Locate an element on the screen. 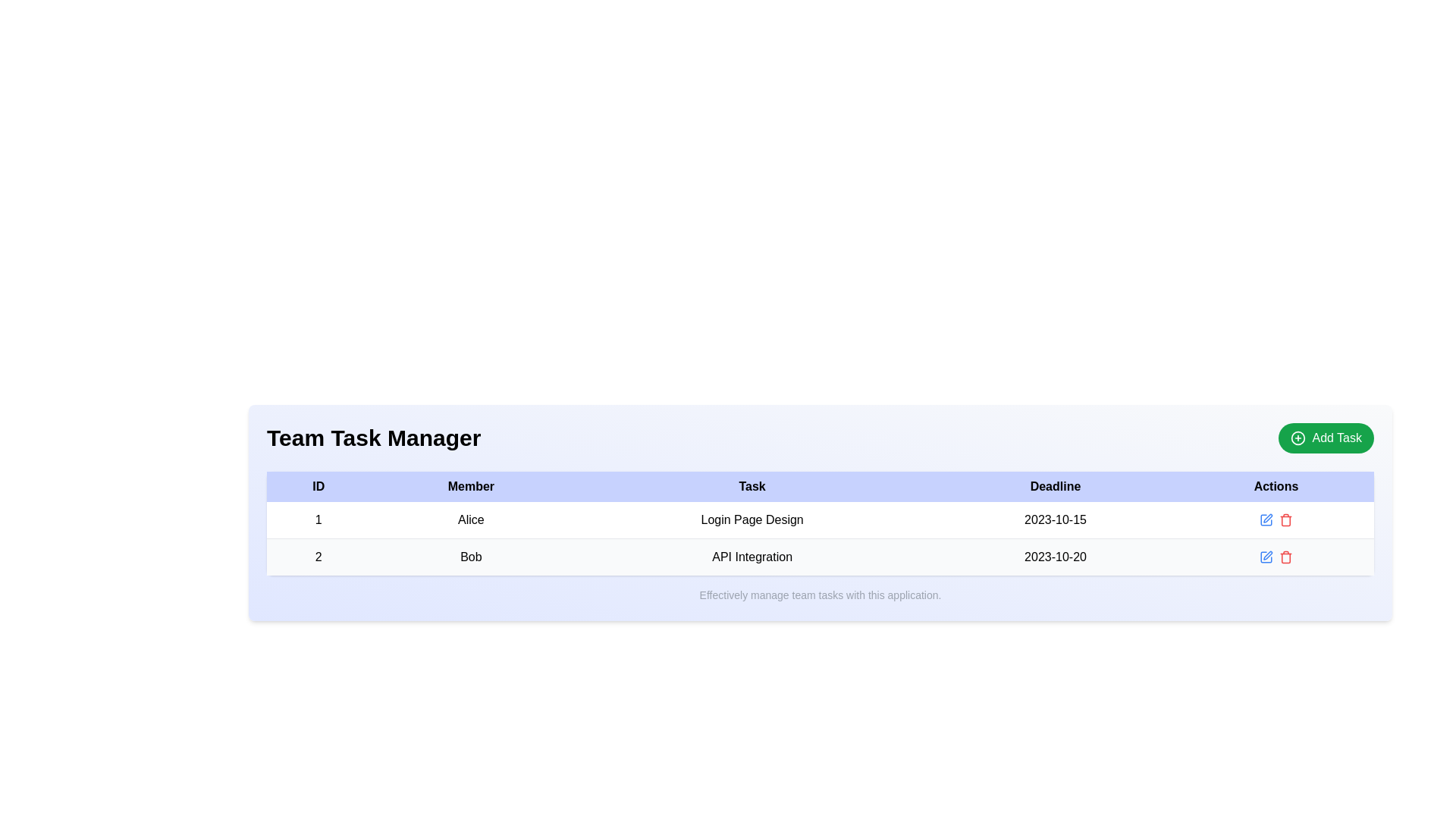  the text label reading 'API Integration' located in the third column of the second row of a table, which indicates a task or project name for the member 'Bob' is located at coordinates (752, 557).